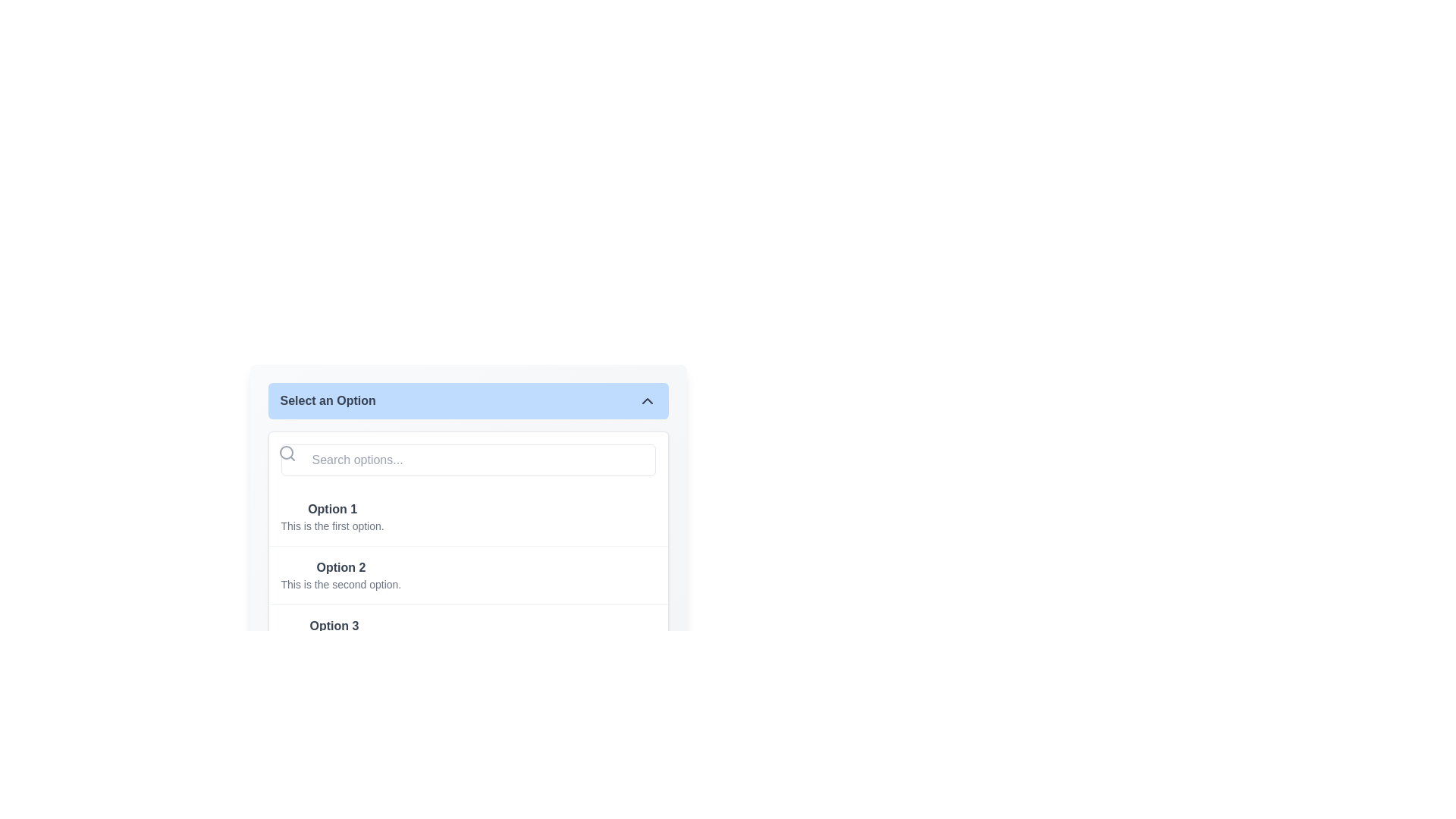 The width and height of the screenshot is (1456, 819). Describe the element at coordinates (340, 584) in the screenshot. I see `the descriptive text element that provides information about 'Option 2', located directly below 'Option 2' in the dropdown menu` at that location.